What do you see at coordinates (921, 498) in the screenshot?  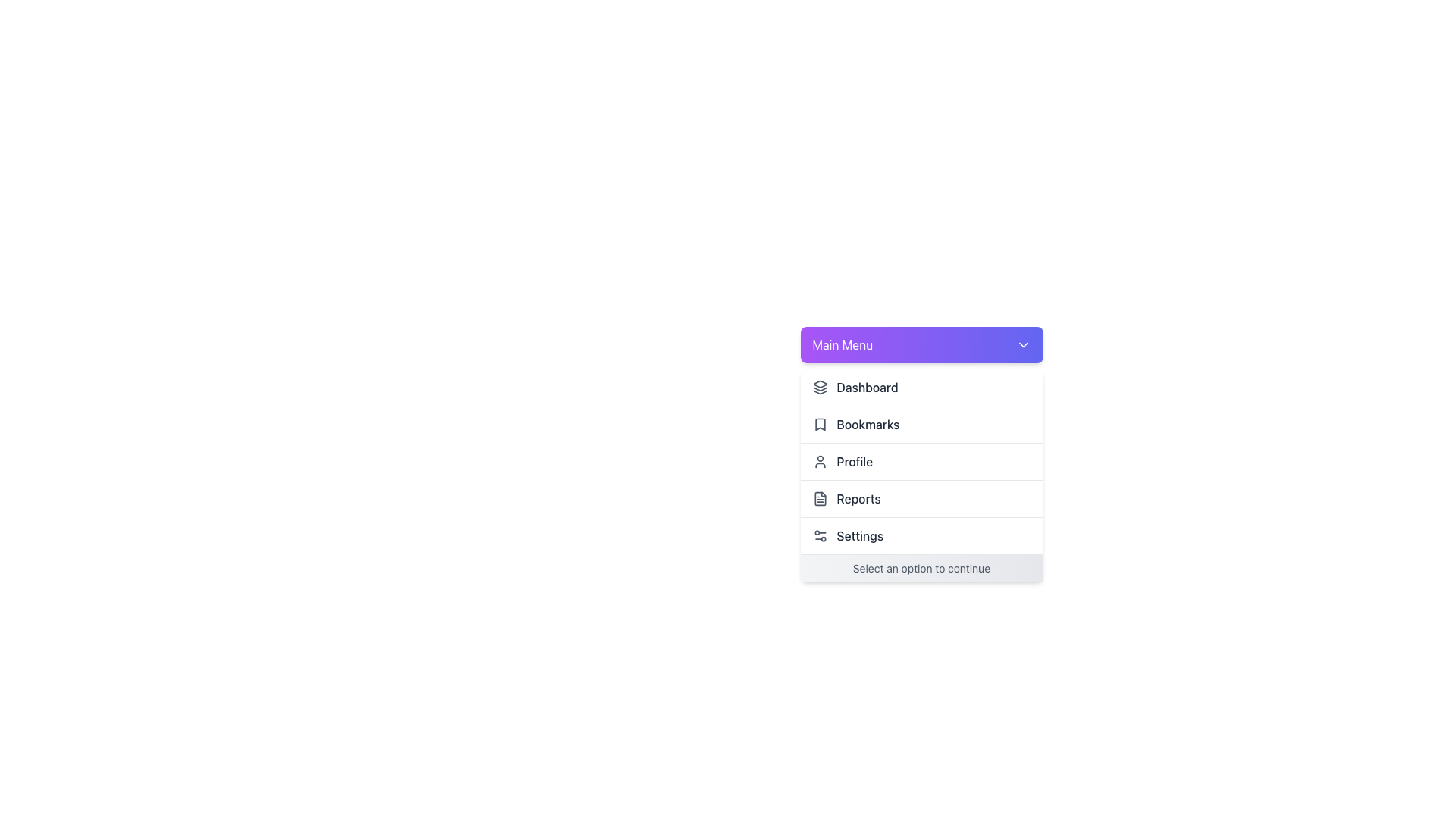 I see `the fourth menu option labeled 'Reports' in the 'Main Menu' section, which is located between 'Profile' and 'Settings'` at bounding box center [921, 498].